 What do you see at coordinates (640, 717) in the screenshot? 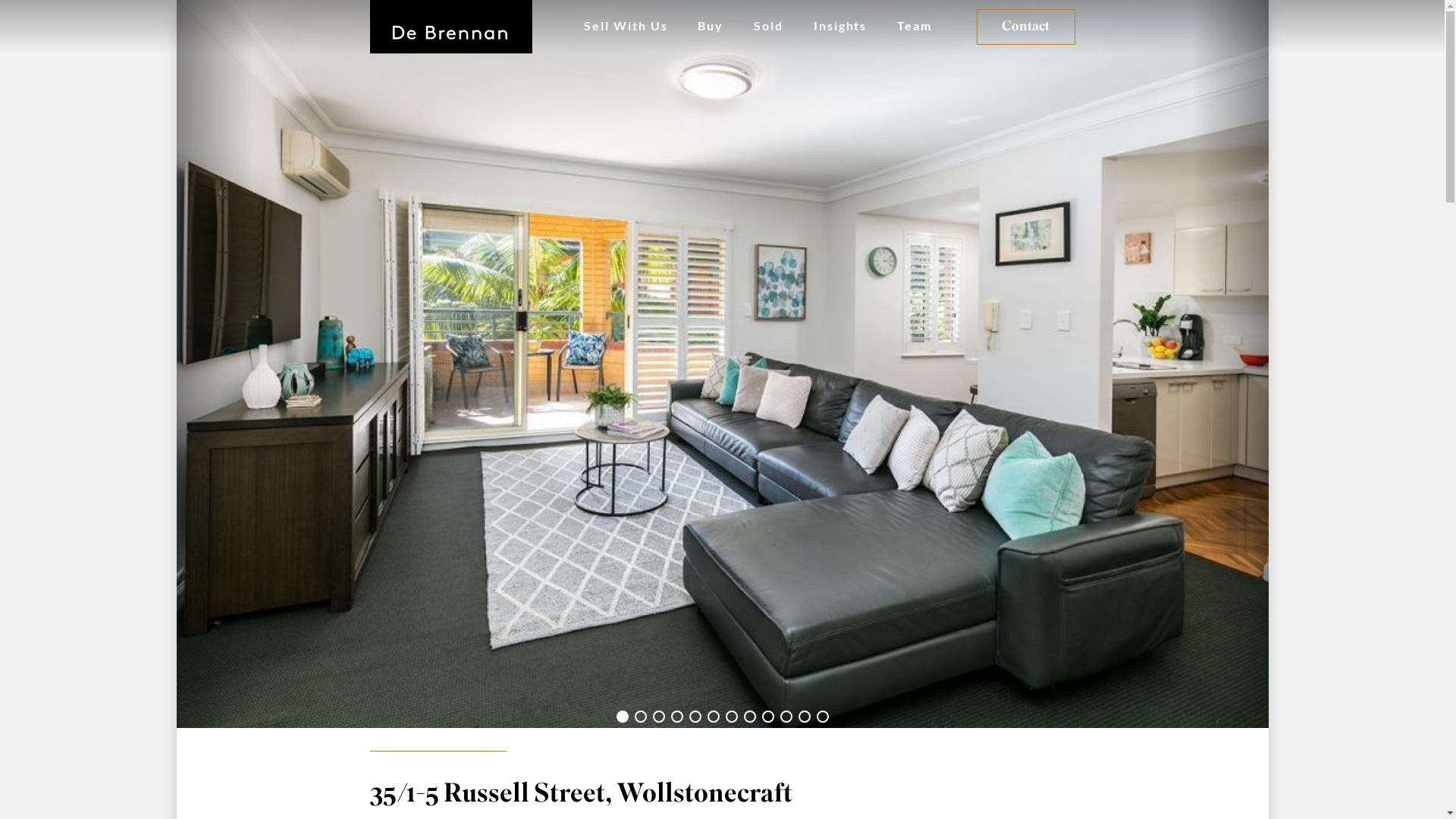
I see `'2'` at bounding box center [640, 717].